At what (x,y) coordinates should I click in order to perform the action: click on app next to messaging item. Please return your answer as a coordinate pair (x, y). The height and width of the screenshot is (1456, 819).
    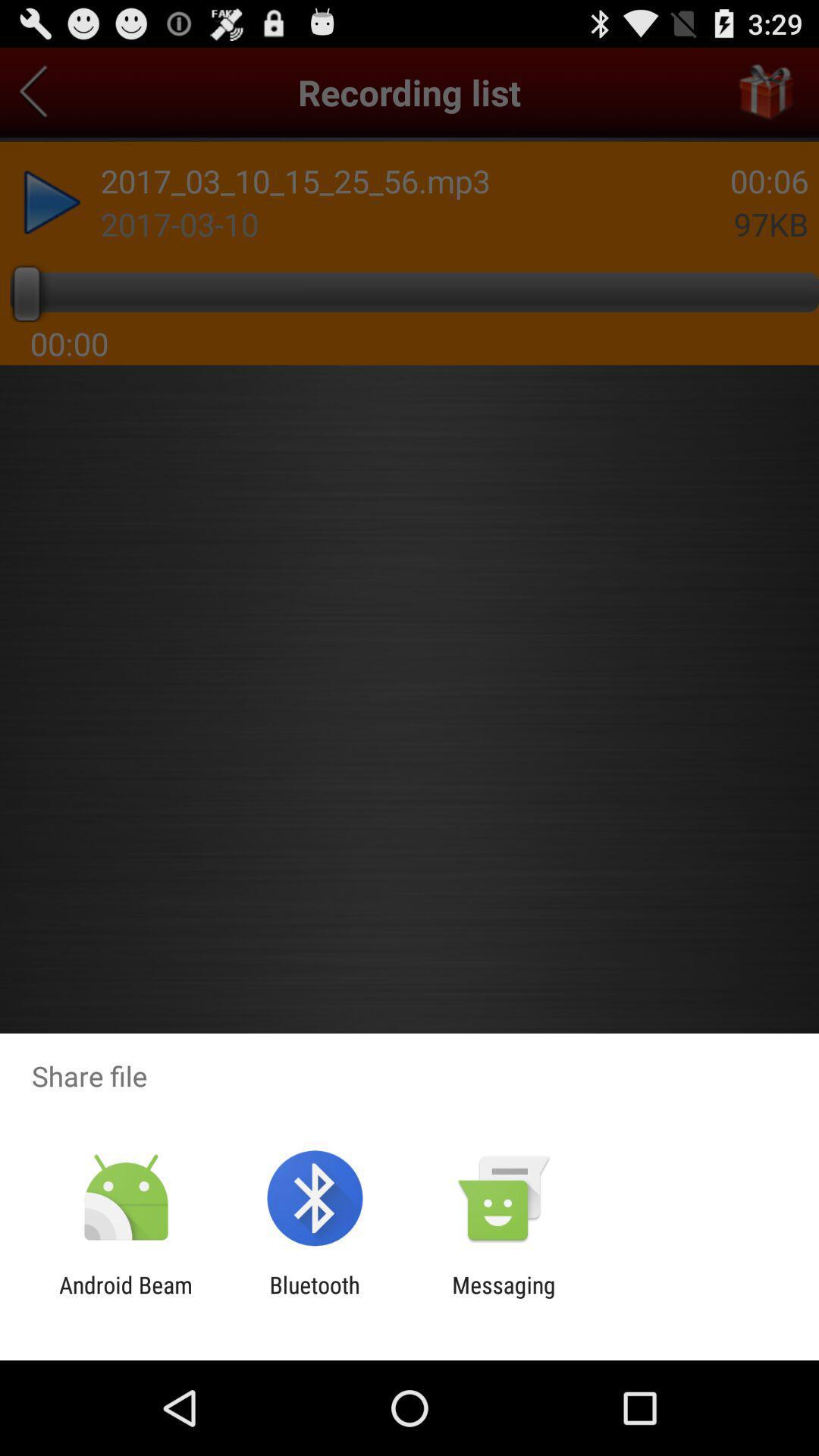
    Looking at the image, I should click on (314, 1298).